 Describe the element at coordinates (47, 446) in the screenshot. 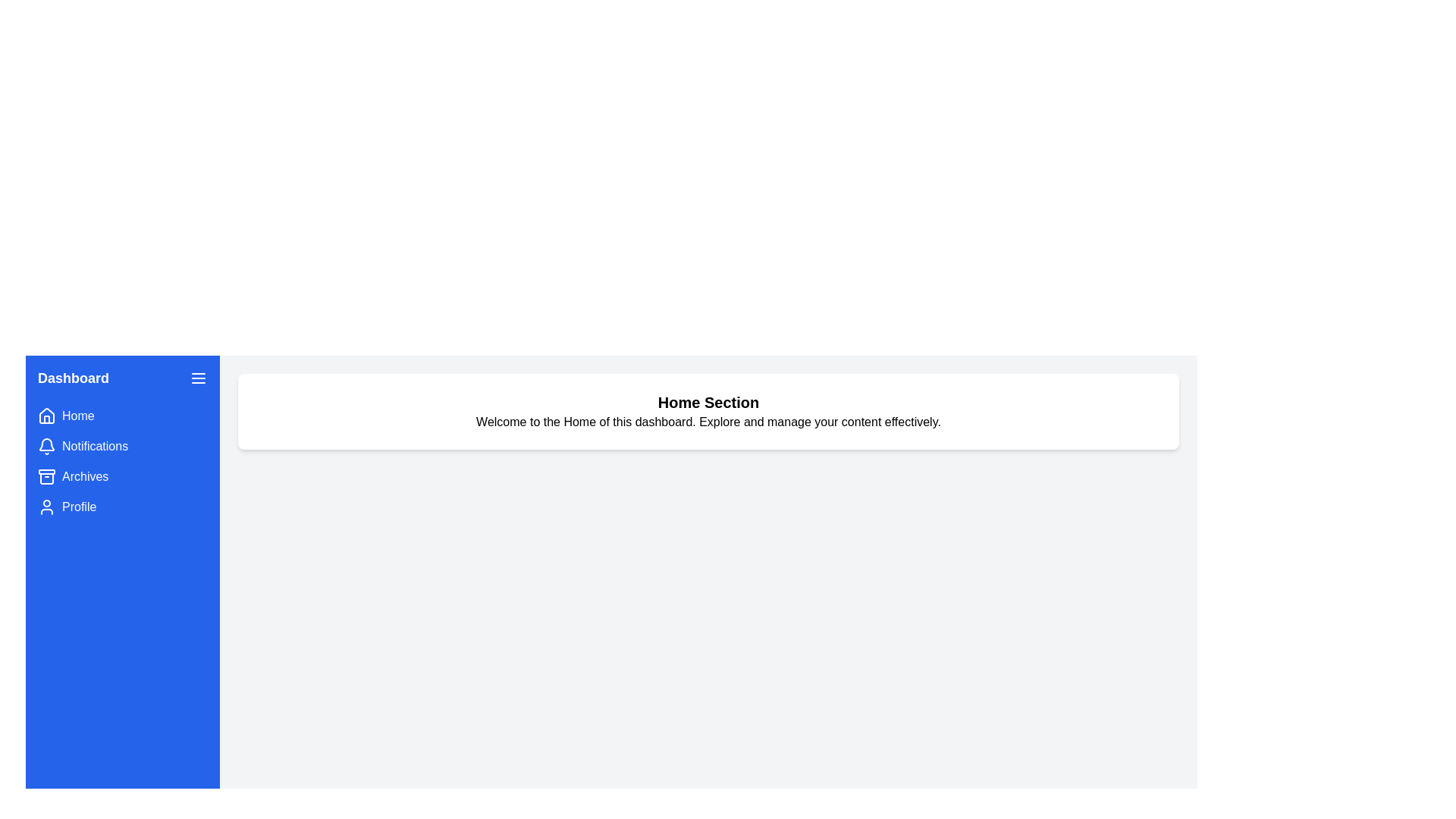

I see `the bell-shaped notifications icon located in the vertical navigation bar on the left side of the interface` at that location.